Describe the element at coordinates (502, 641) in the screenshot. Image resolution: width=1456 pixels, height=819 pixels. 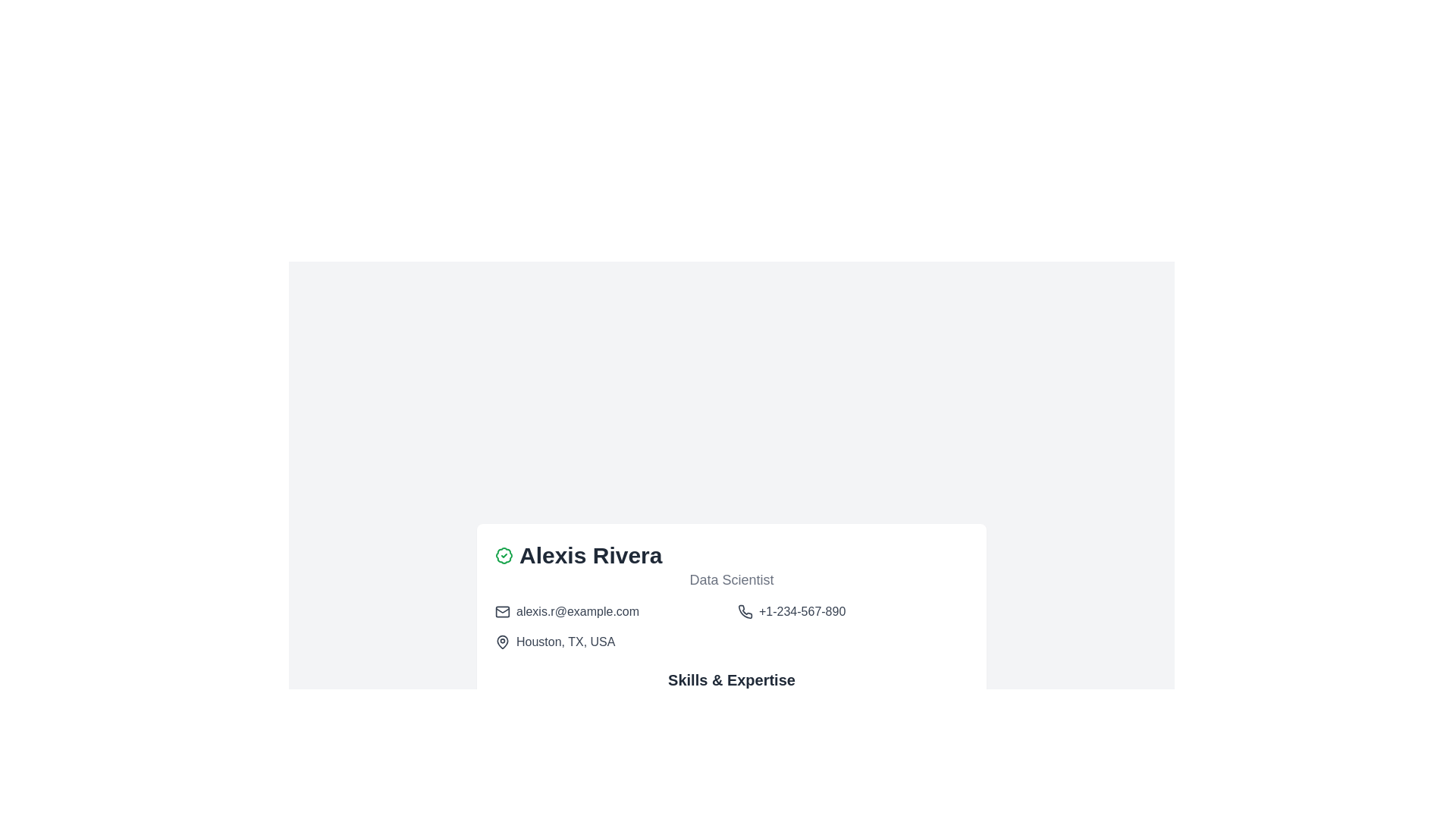
I see `the pin-shaped icon representing a location on the map, located in the bottom-left region of the card interface near the text 'Houston, TX, USA'` at that location.